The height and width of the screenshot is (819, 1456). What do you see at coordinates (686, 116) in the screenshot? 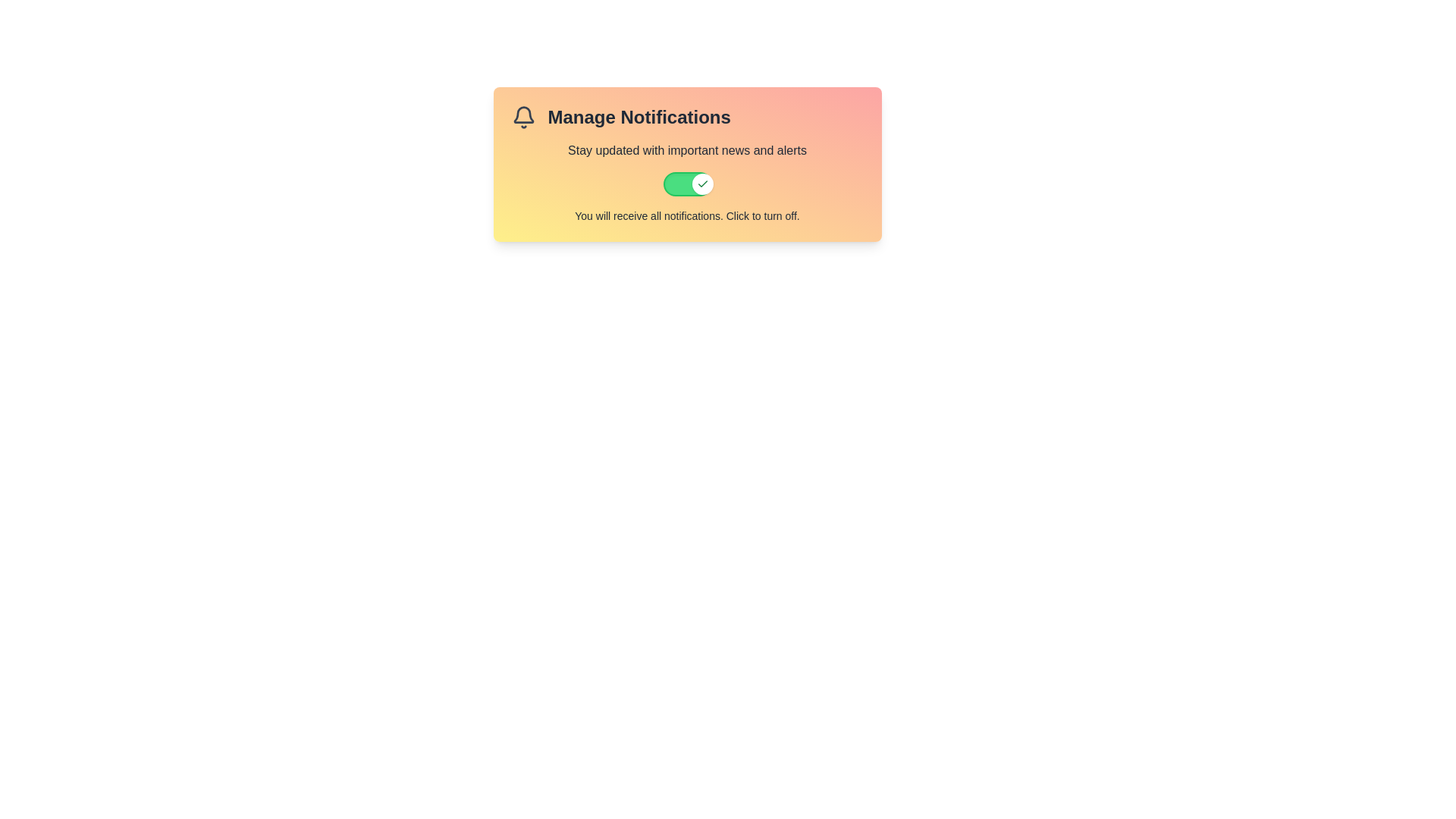
I see `title text of the notification settings section, which is located at the top-left of the settings card, next to a bell icon` at bounding box center [686, 116].